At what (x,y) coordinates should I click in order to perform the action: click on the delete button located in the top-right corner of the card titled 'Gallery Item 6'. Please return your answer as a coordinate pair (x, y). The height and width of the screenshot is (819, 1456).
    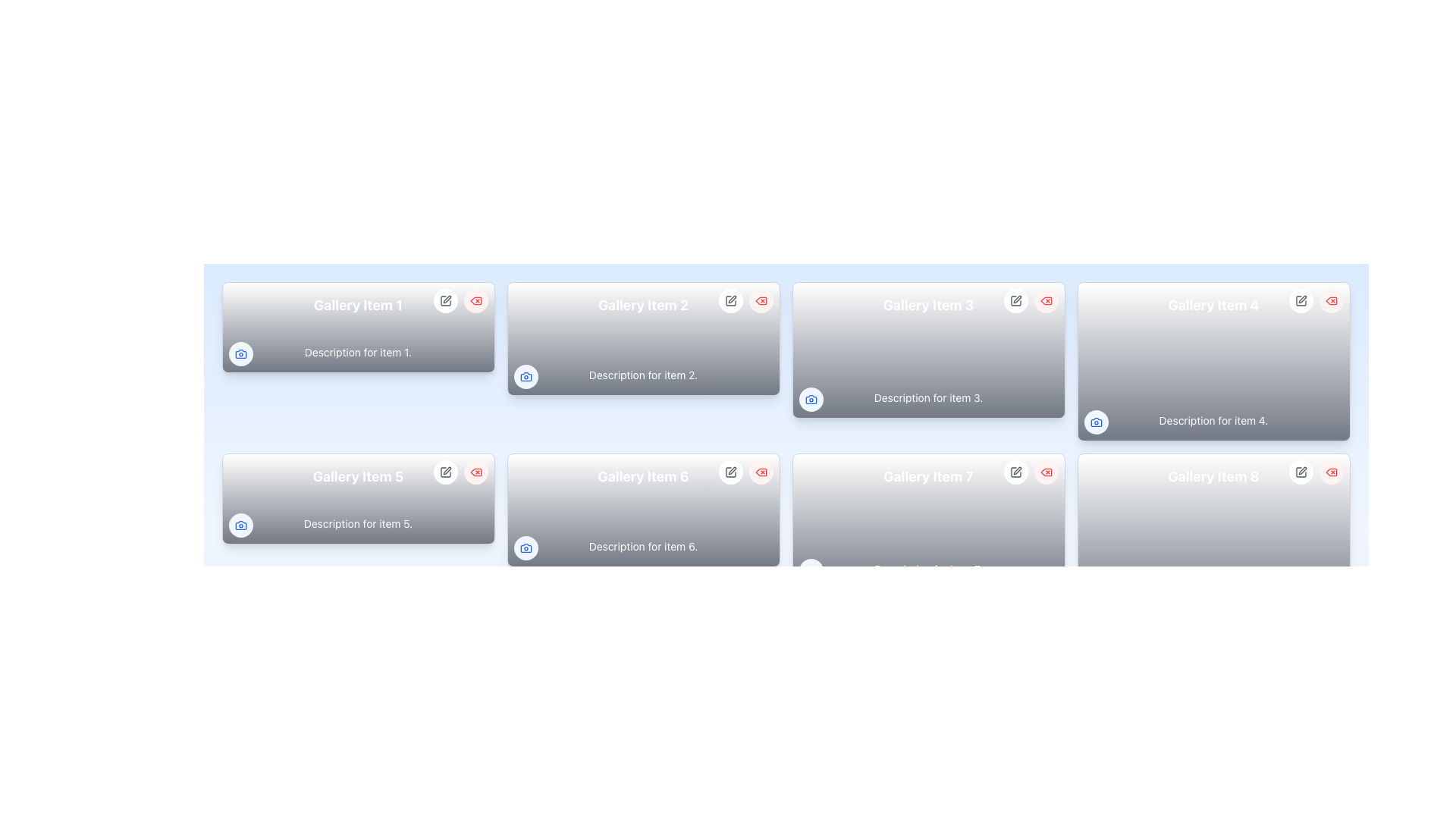
    Looking at the image, I should click on (761, 643).